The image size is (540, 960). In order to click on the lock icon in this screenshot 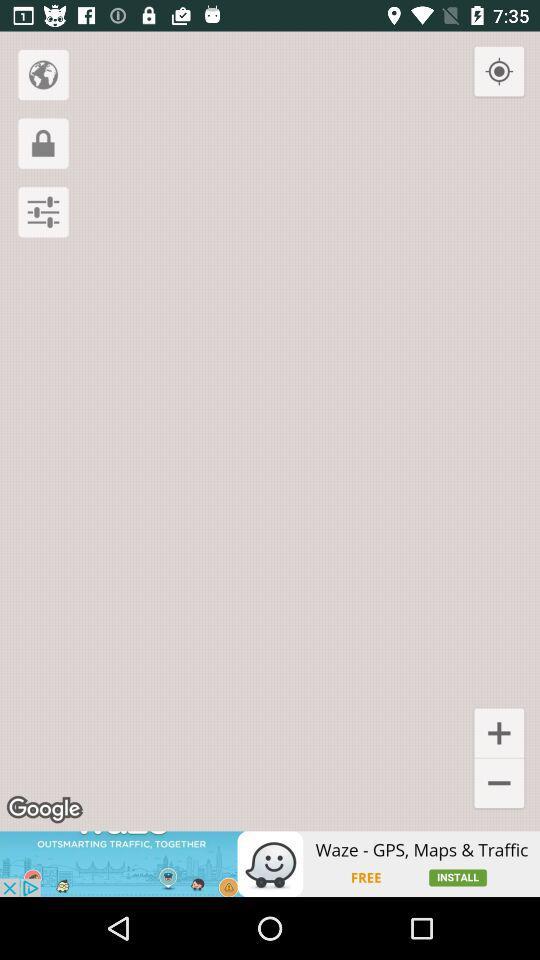, I will do `click(43, 142)`.